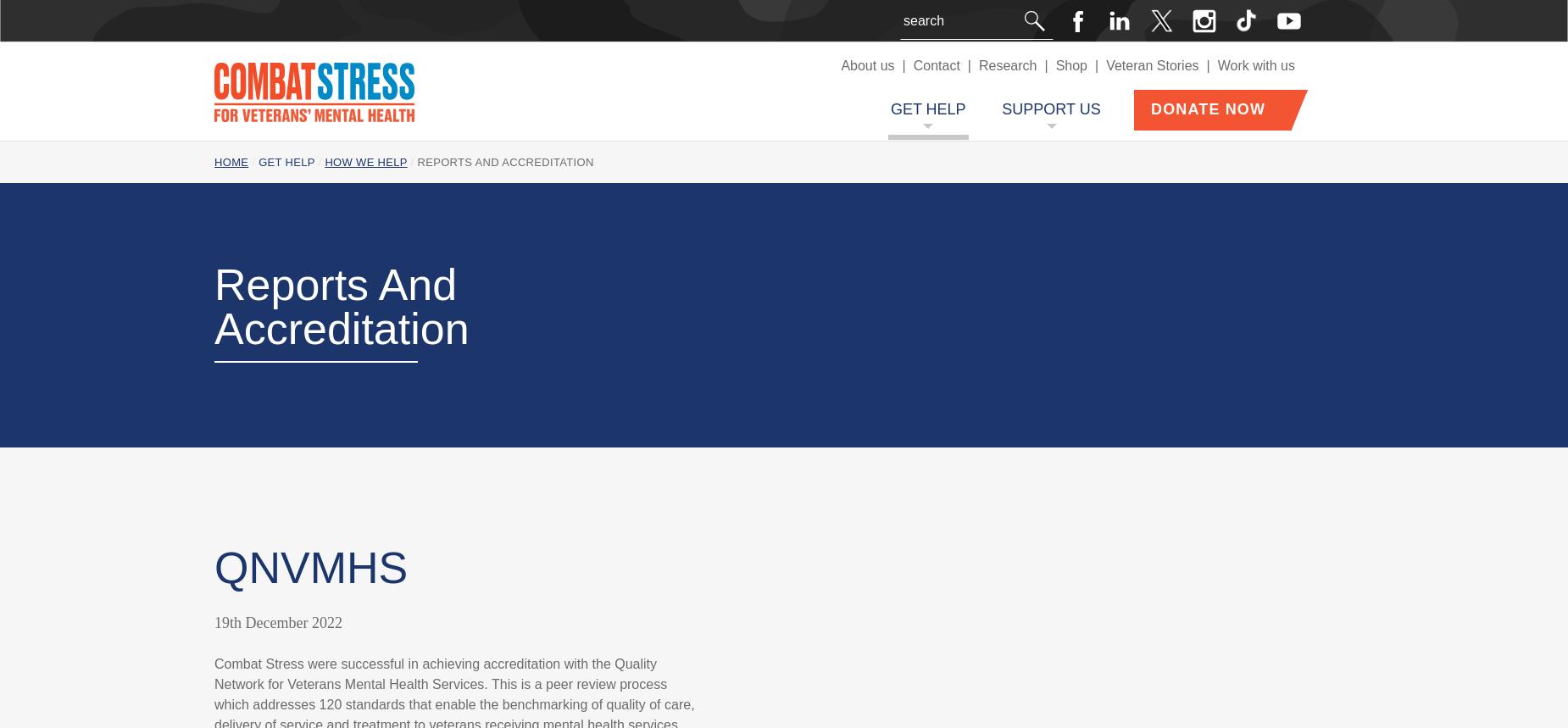 The image size is (1568, 728). What do you see at coordinates (277, 621) in the screenshot?
I see `'19th December 2022'` at bounding box center [277, 621].